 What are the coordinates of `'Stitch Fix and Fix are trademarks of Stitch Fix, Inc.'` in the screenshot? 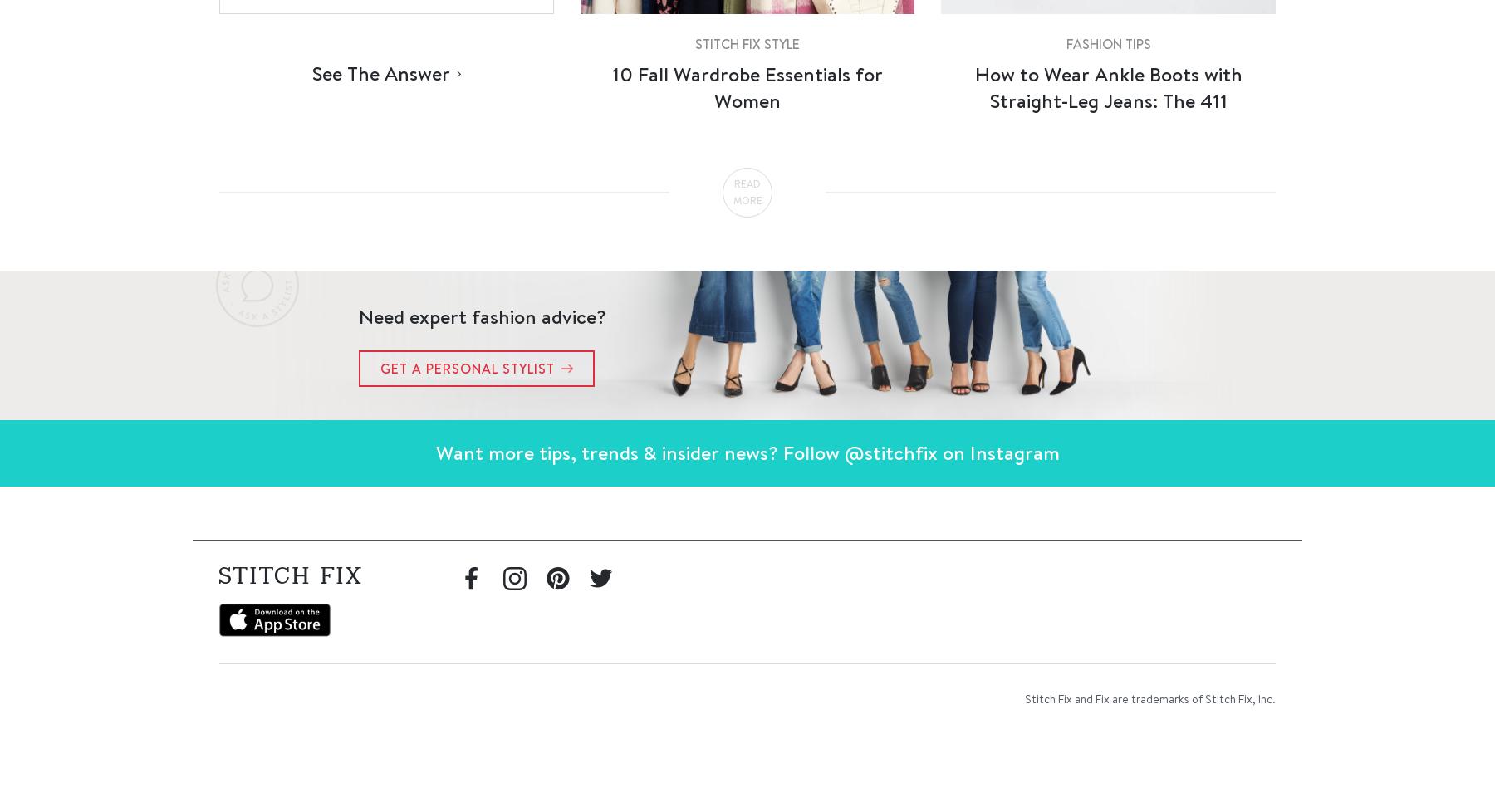 It's located at (1024, 697).